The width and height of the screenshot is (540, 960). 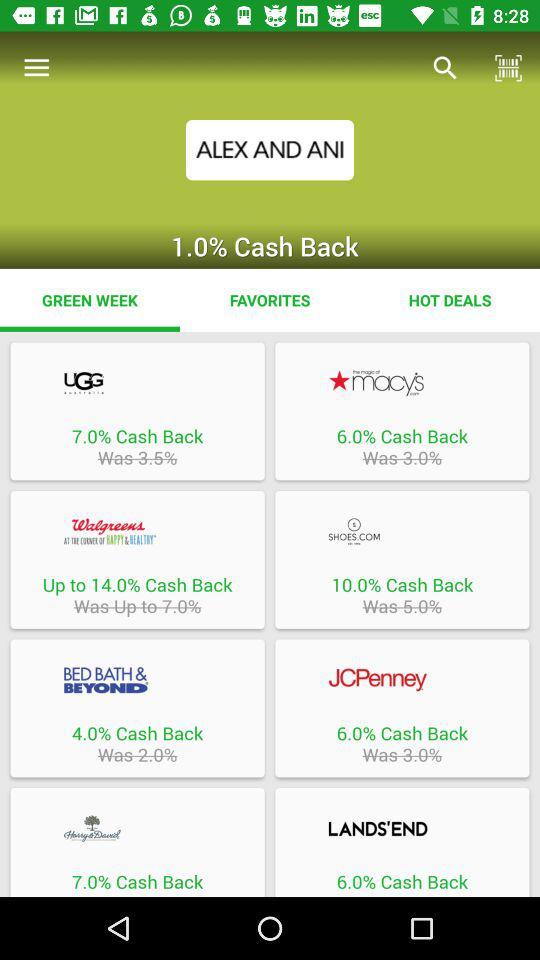 I want to click on open the specific page, so click(x=402, y=680).